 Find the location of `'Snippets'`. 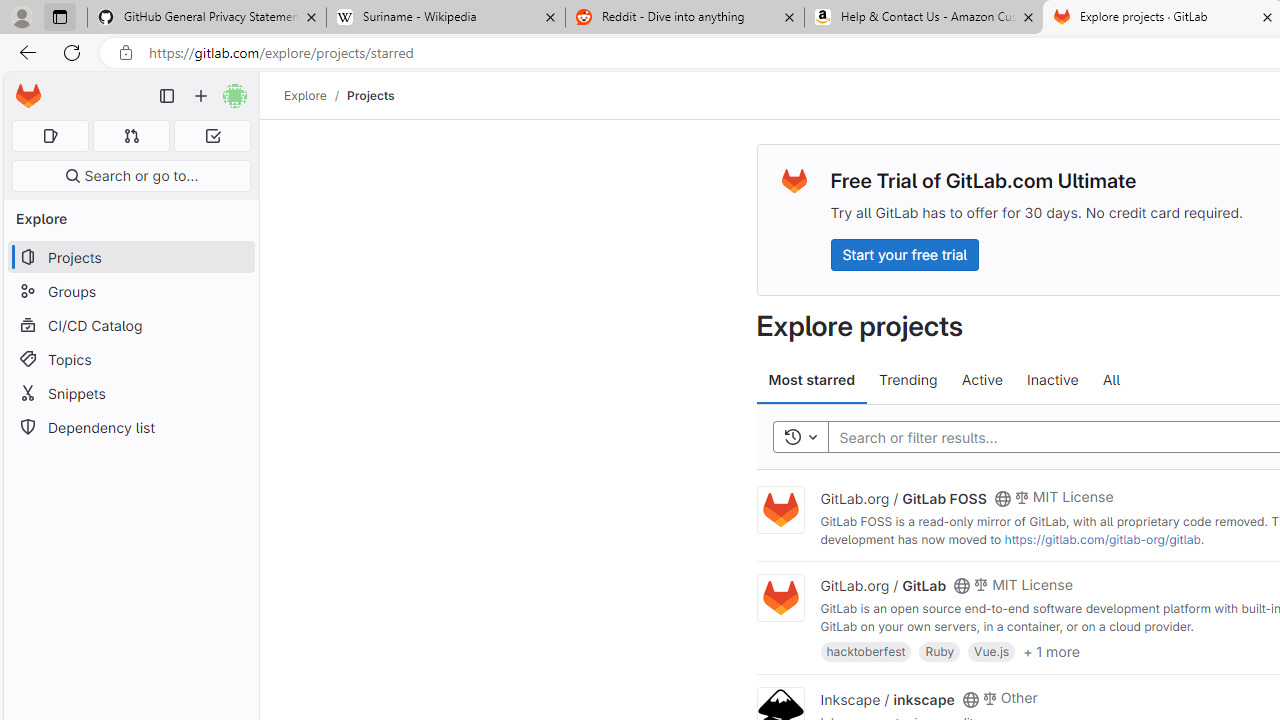

'Snippets' is located at coordinates (130, 393).